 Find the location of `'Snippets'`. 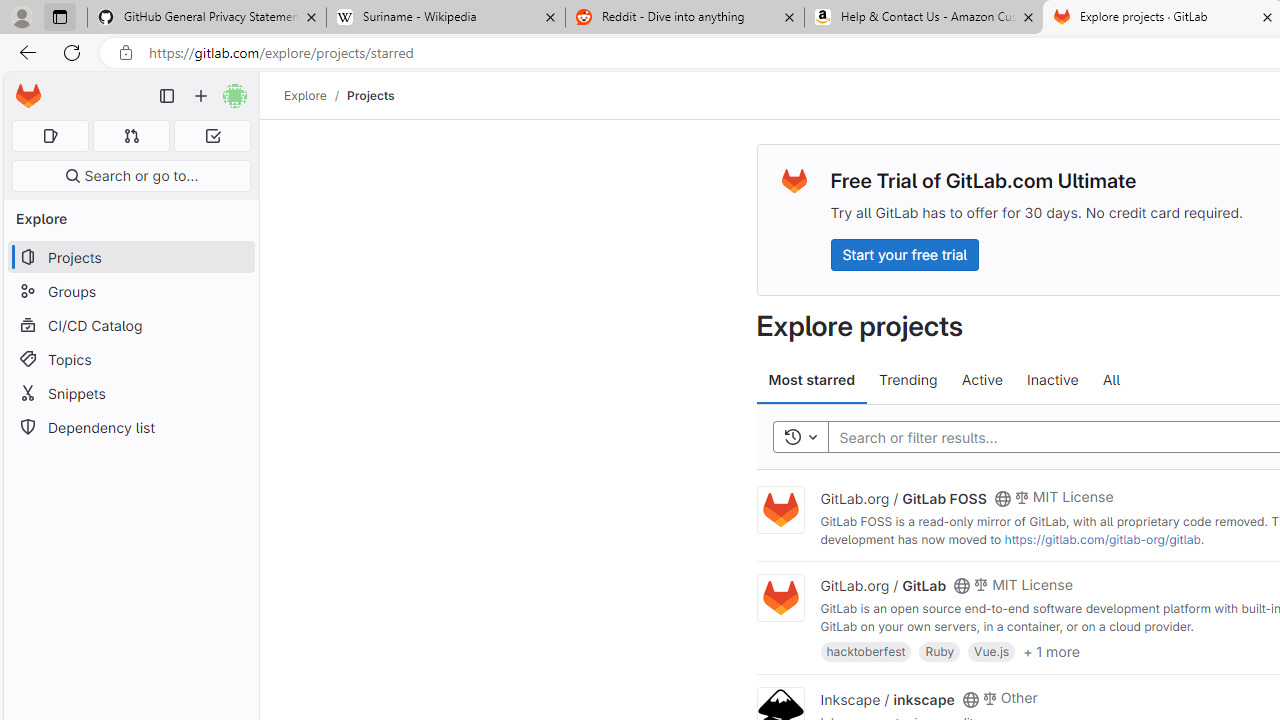

'Snippets' is located at coordinates (130, 393).